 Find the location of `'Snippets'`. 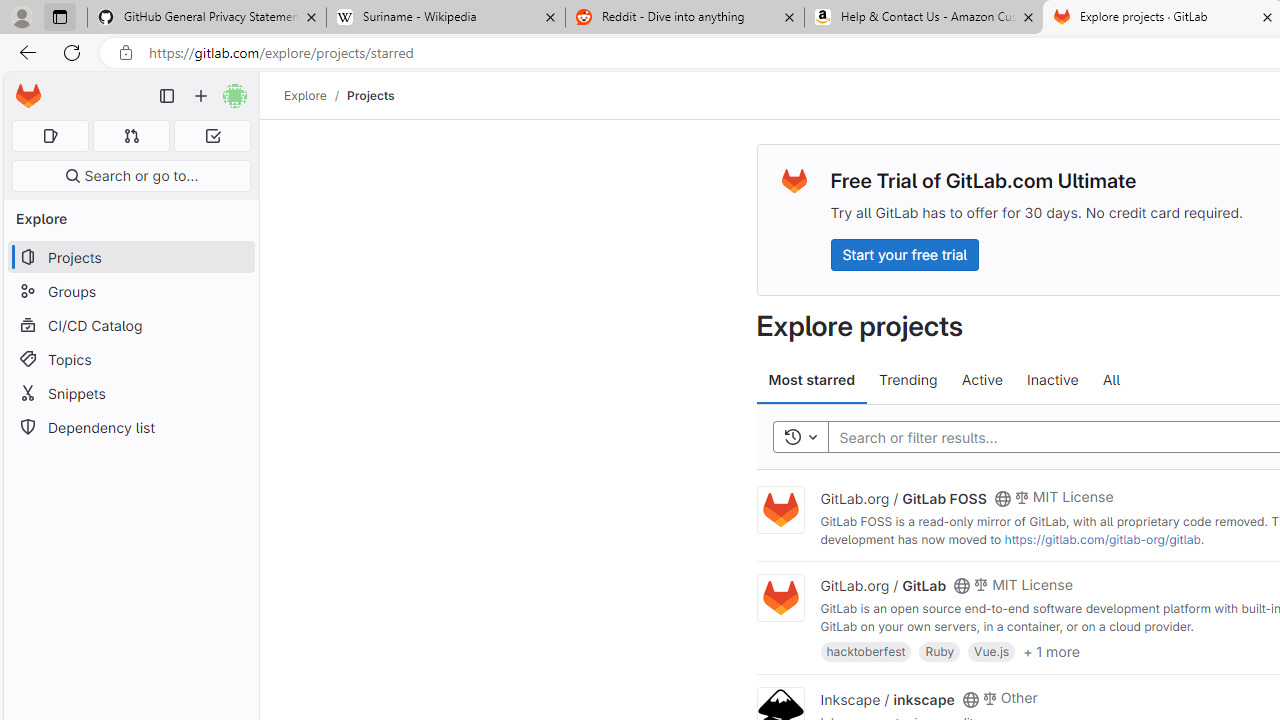

'Snippets' is located at coordinates (130, 393).